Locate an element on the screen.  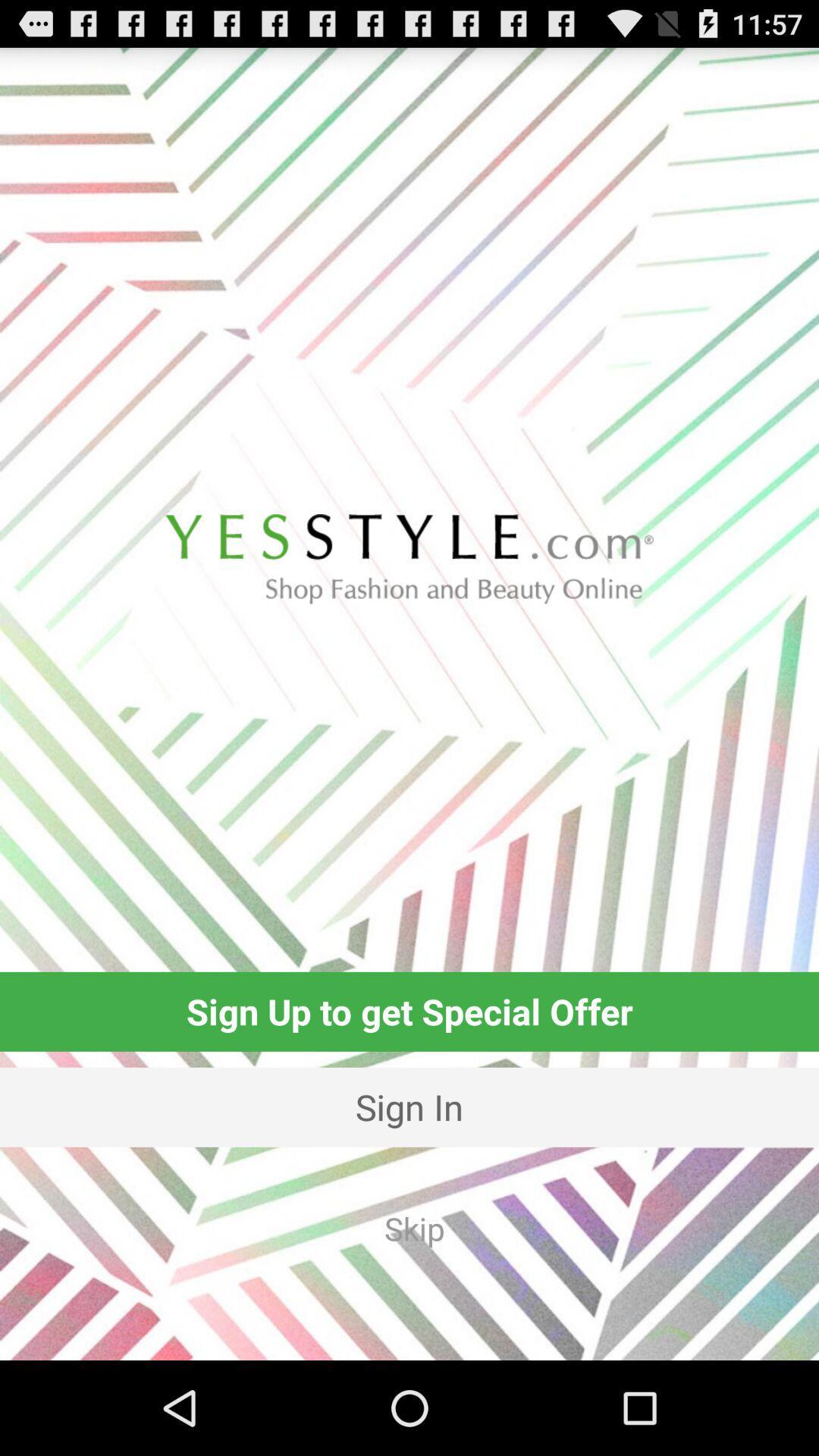
the sign in icon is located at coordinates (409, 1107).